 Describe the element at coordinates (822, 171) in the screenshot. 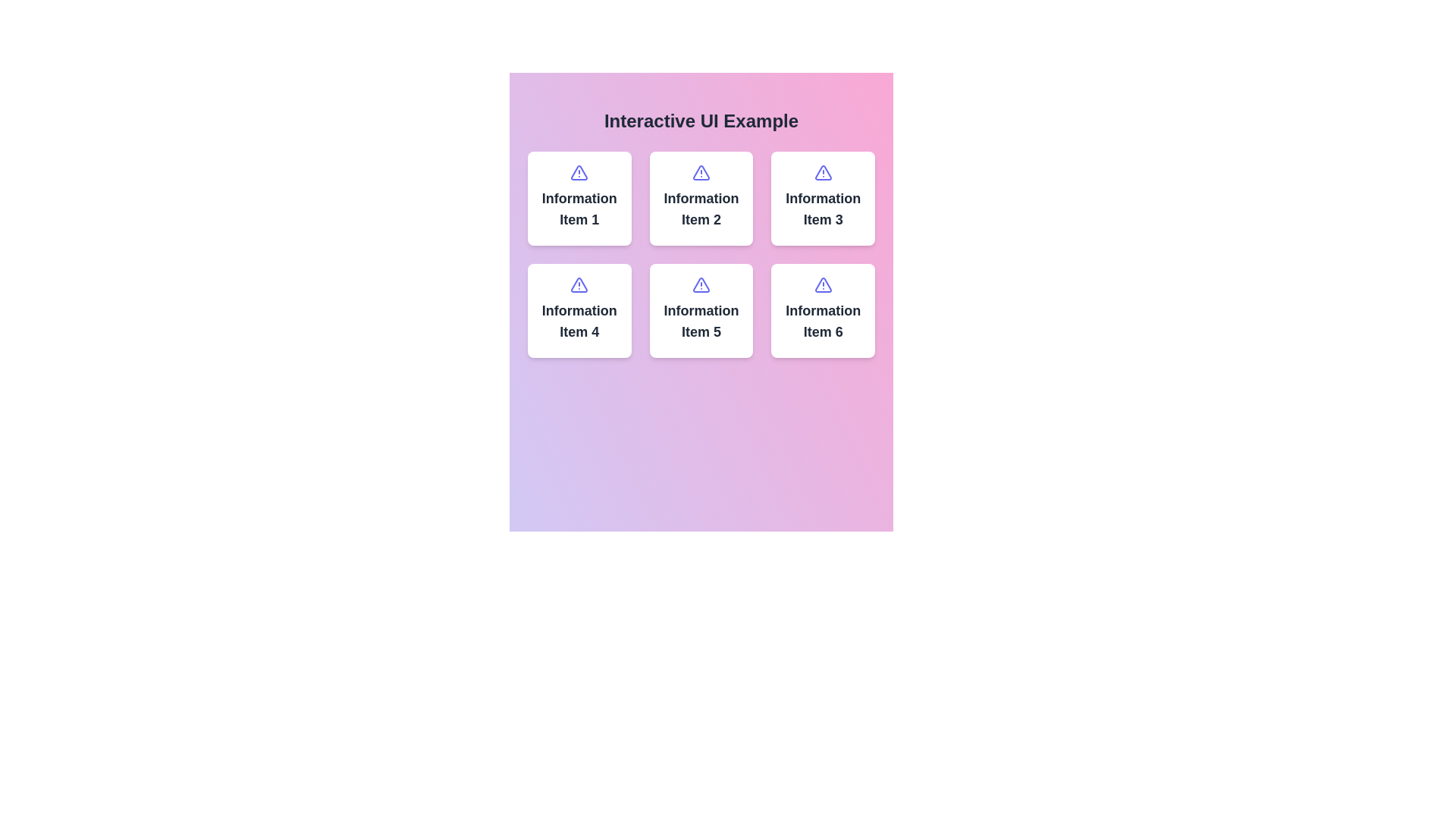

I see `the triangular warning alert icon located in the top-center of the card labeled 'Information Item 3'` at that location.